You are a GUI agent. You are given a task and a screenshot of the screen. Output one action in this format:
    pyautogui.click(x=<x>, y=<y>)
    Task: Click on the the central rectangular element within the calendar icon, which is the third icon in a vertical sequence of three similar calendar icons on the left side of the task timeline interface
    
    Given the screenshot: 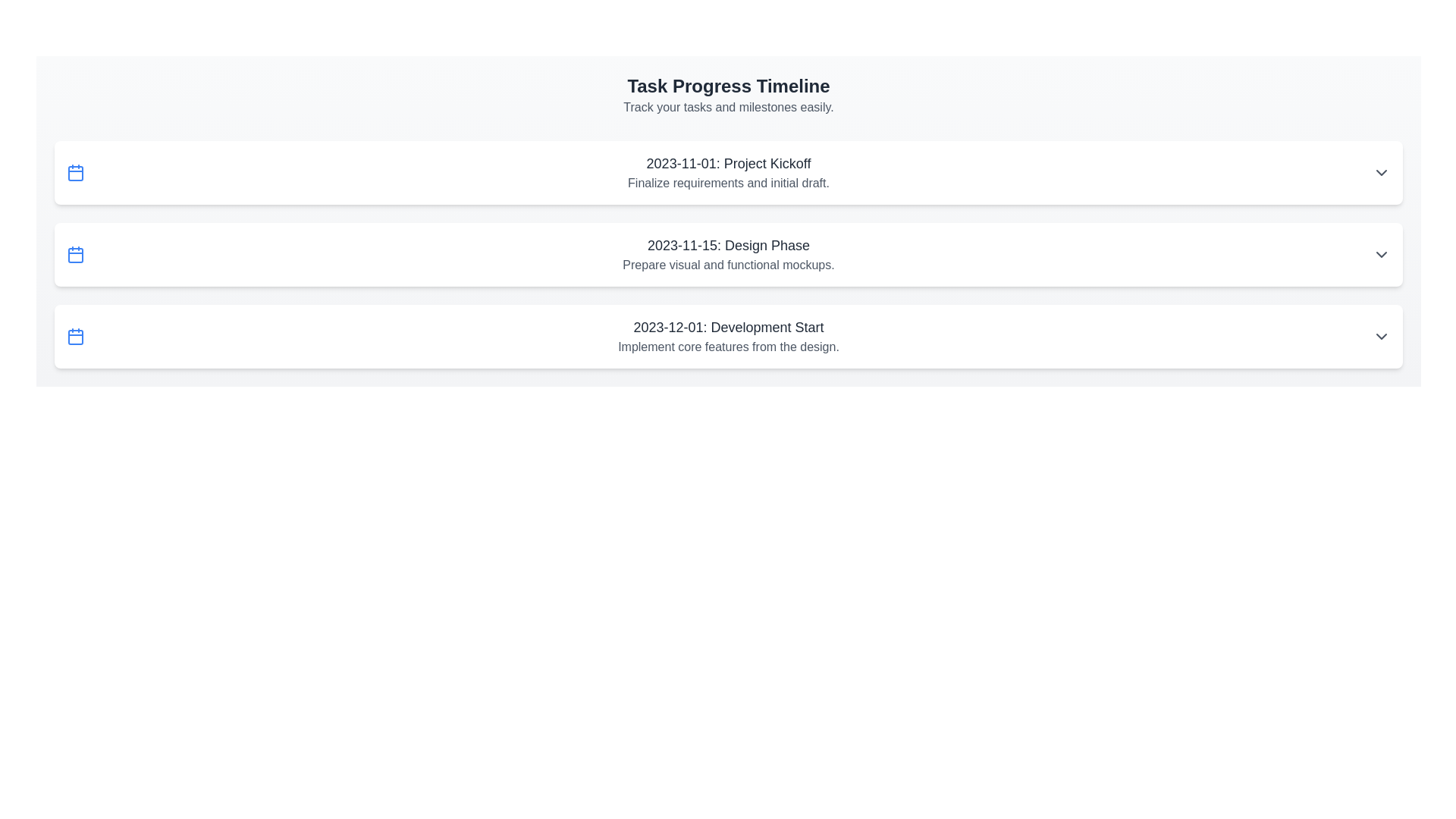 What is the action you would take?
    pyautogui.click(x=75, y=254)
    